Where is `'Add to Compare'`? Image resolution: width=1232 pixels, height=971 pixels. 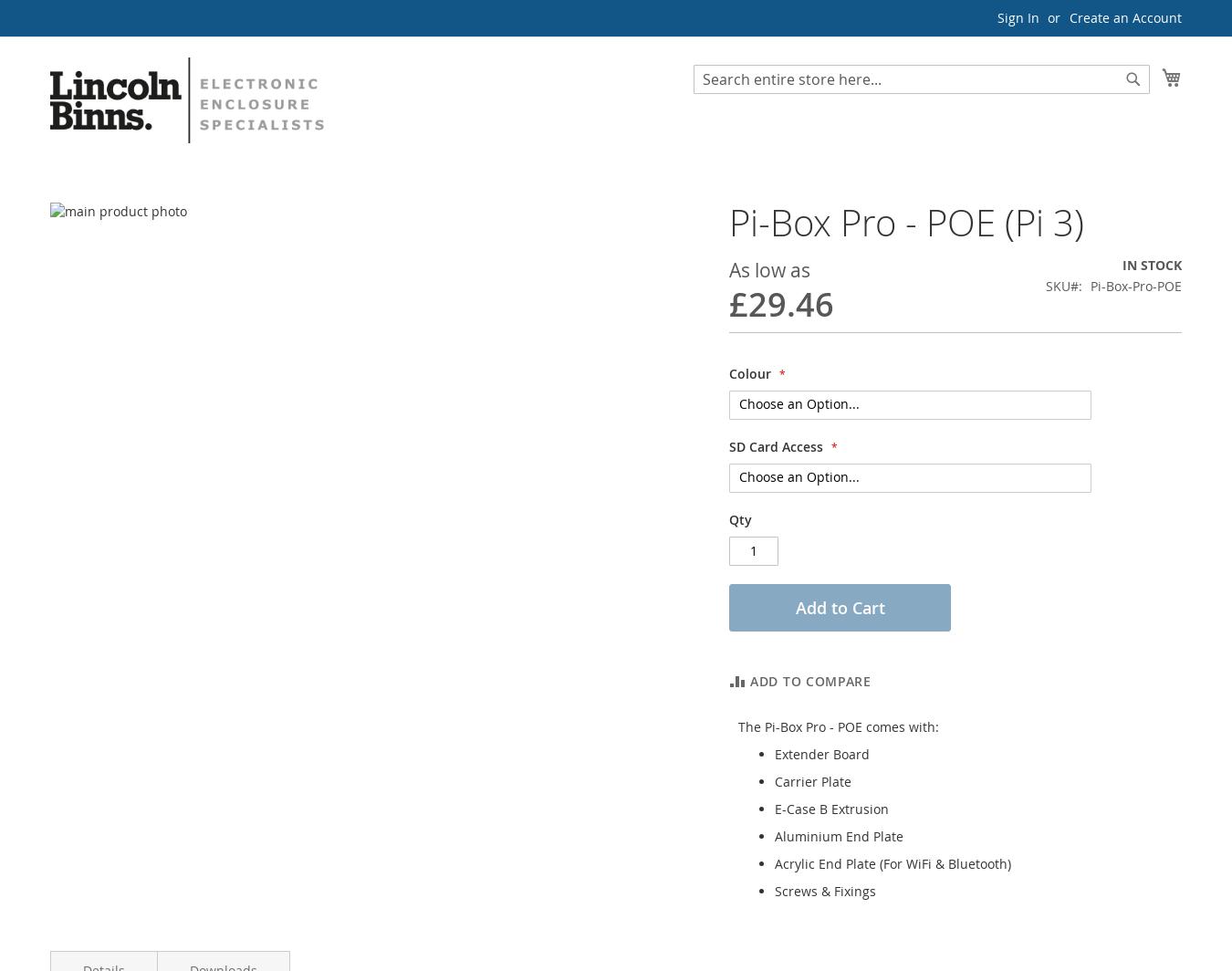
'Add to Compare' is located at coordinates (810, 680).